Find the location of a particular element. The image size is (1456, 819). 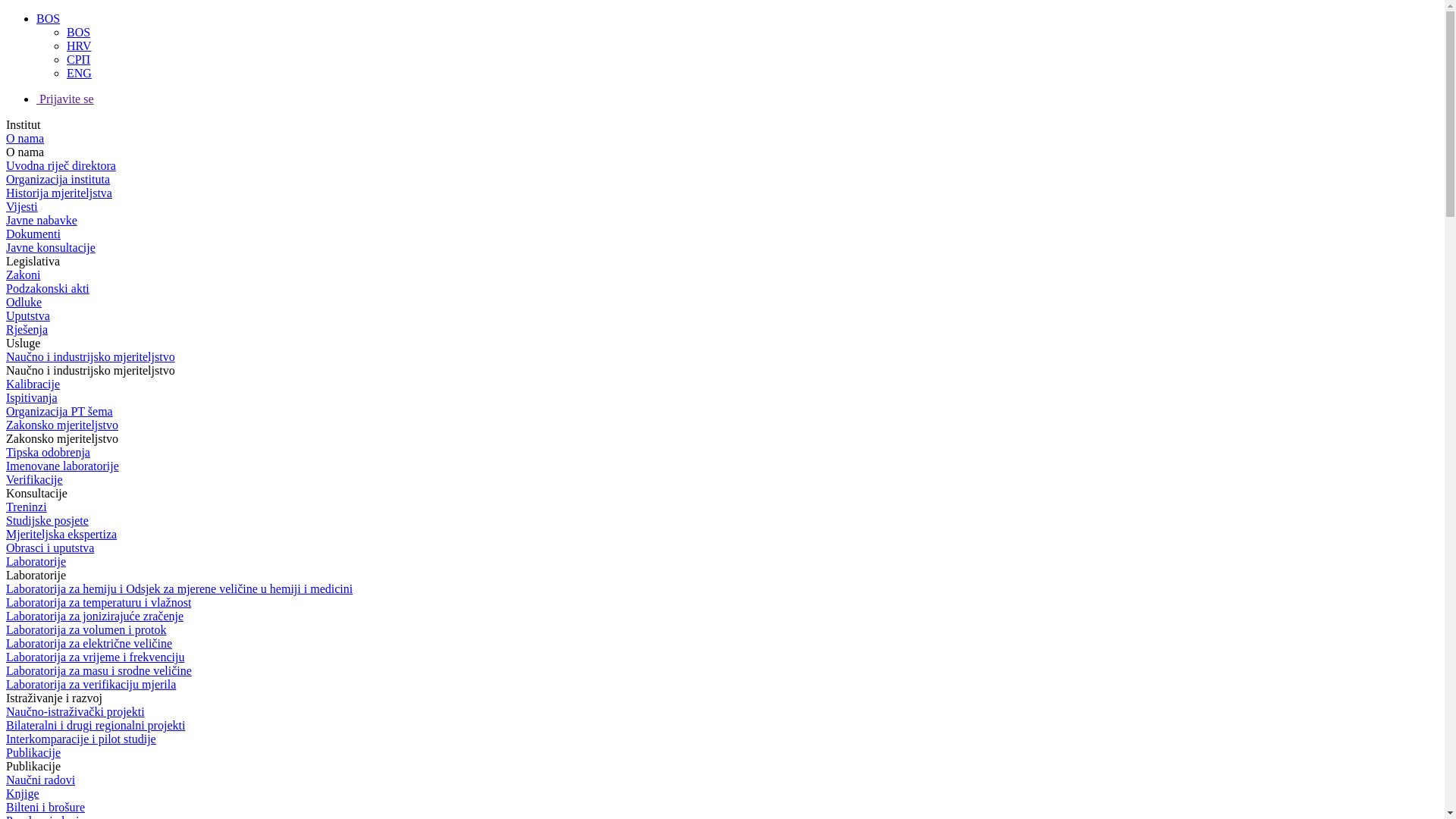

'Javne konsultacije' is located at coordinates (51, 246).